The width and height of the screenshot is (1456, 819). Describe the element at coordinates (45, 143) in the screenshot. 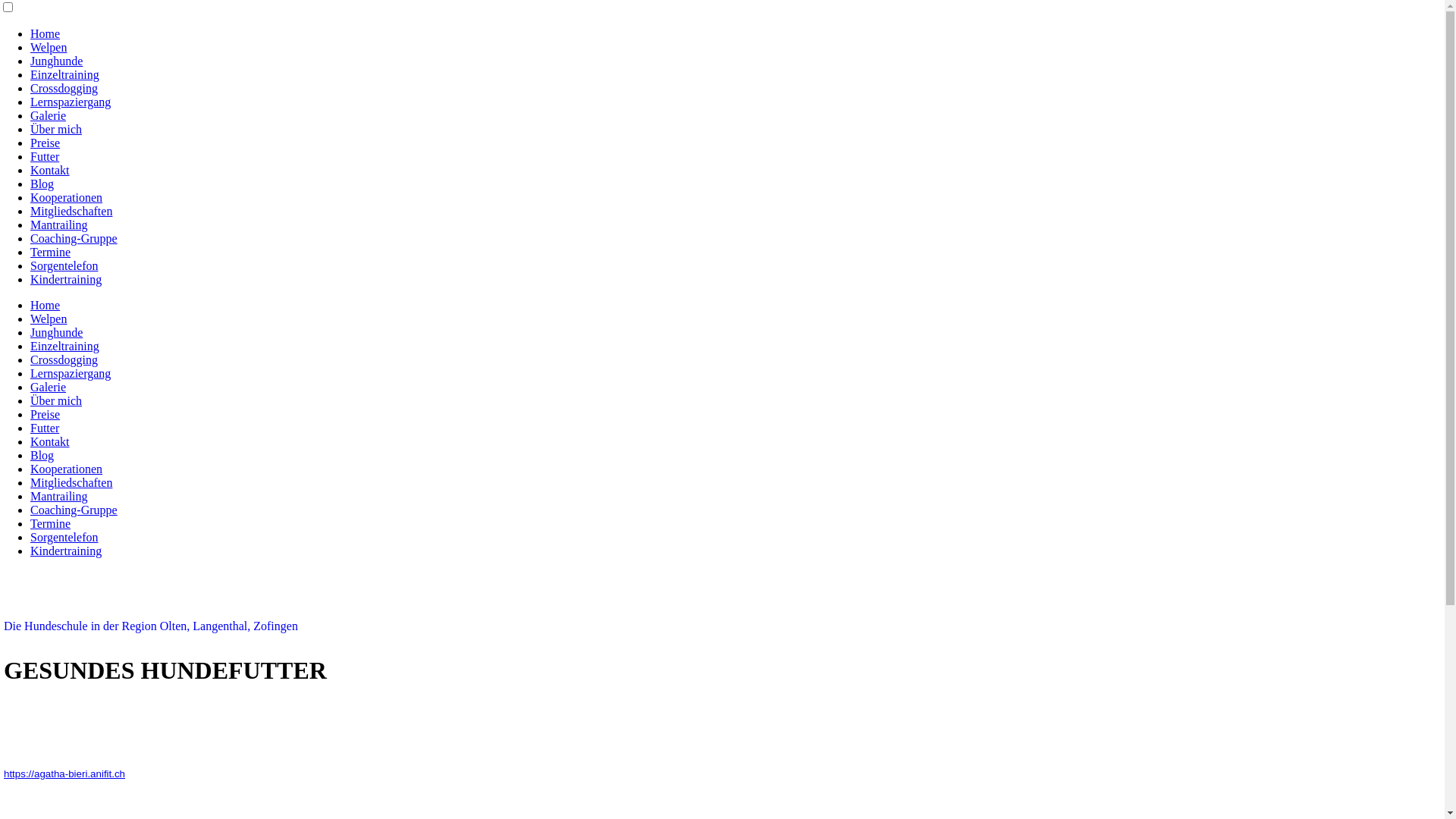

I see `'Preise'` at that location.